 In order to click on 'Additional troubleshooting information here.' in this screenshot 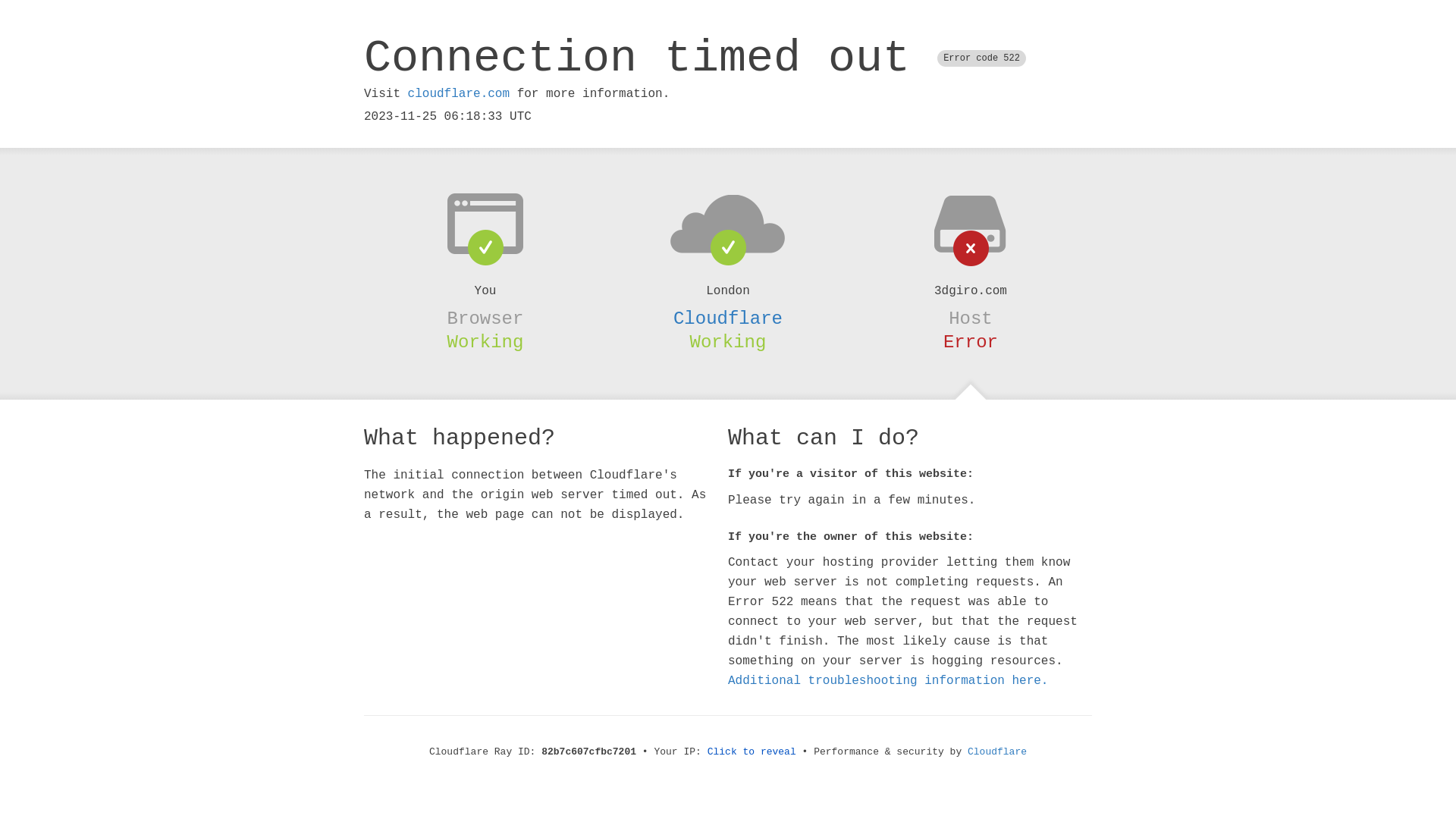, I will do `click(888, 680)`.